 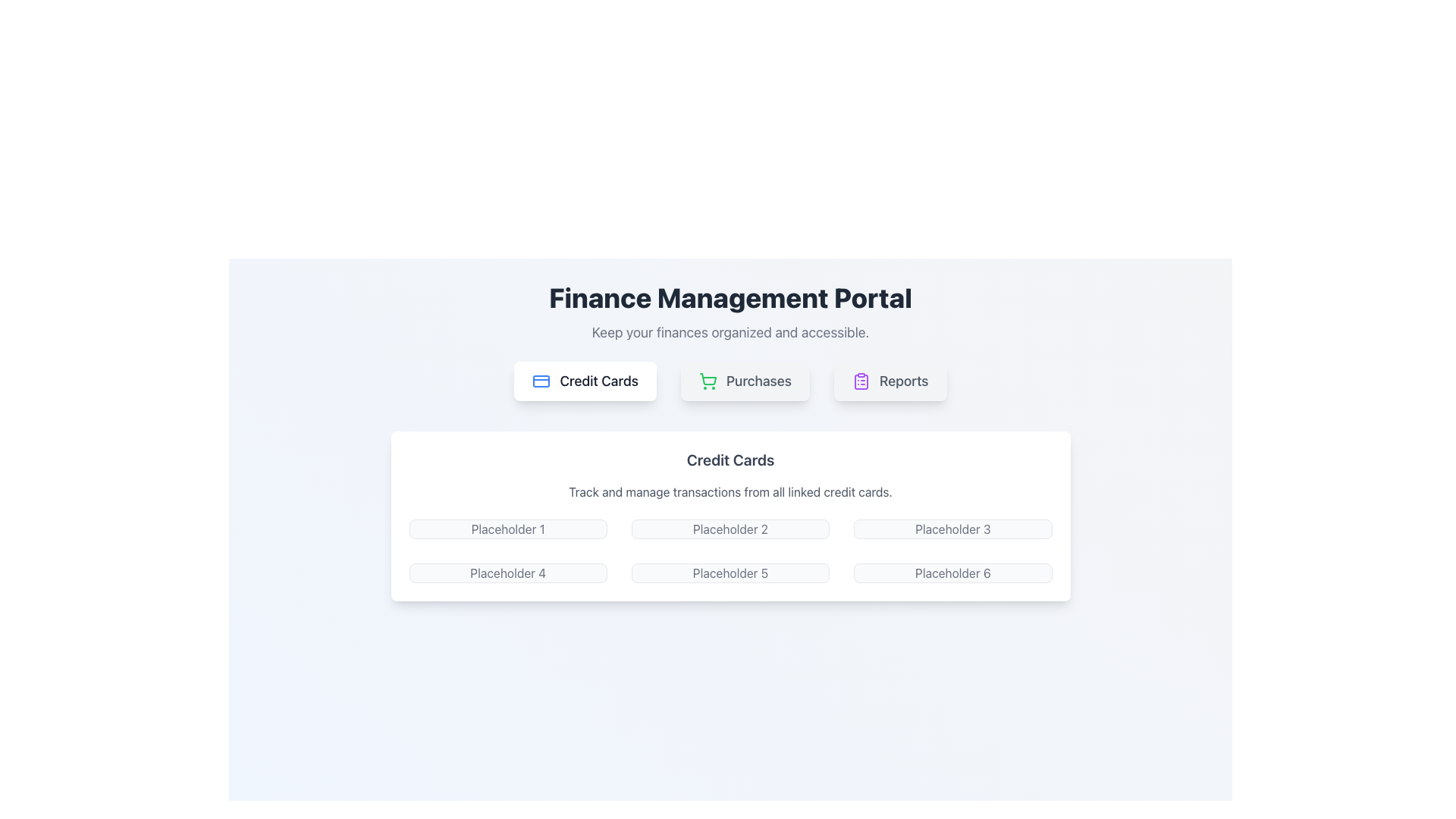 I want to click on the grid layout containing labeled sections 'Placeholder 1' to 'Placeholder 6', located below the 'Credit Cards' section, so click(x=730, y=551).